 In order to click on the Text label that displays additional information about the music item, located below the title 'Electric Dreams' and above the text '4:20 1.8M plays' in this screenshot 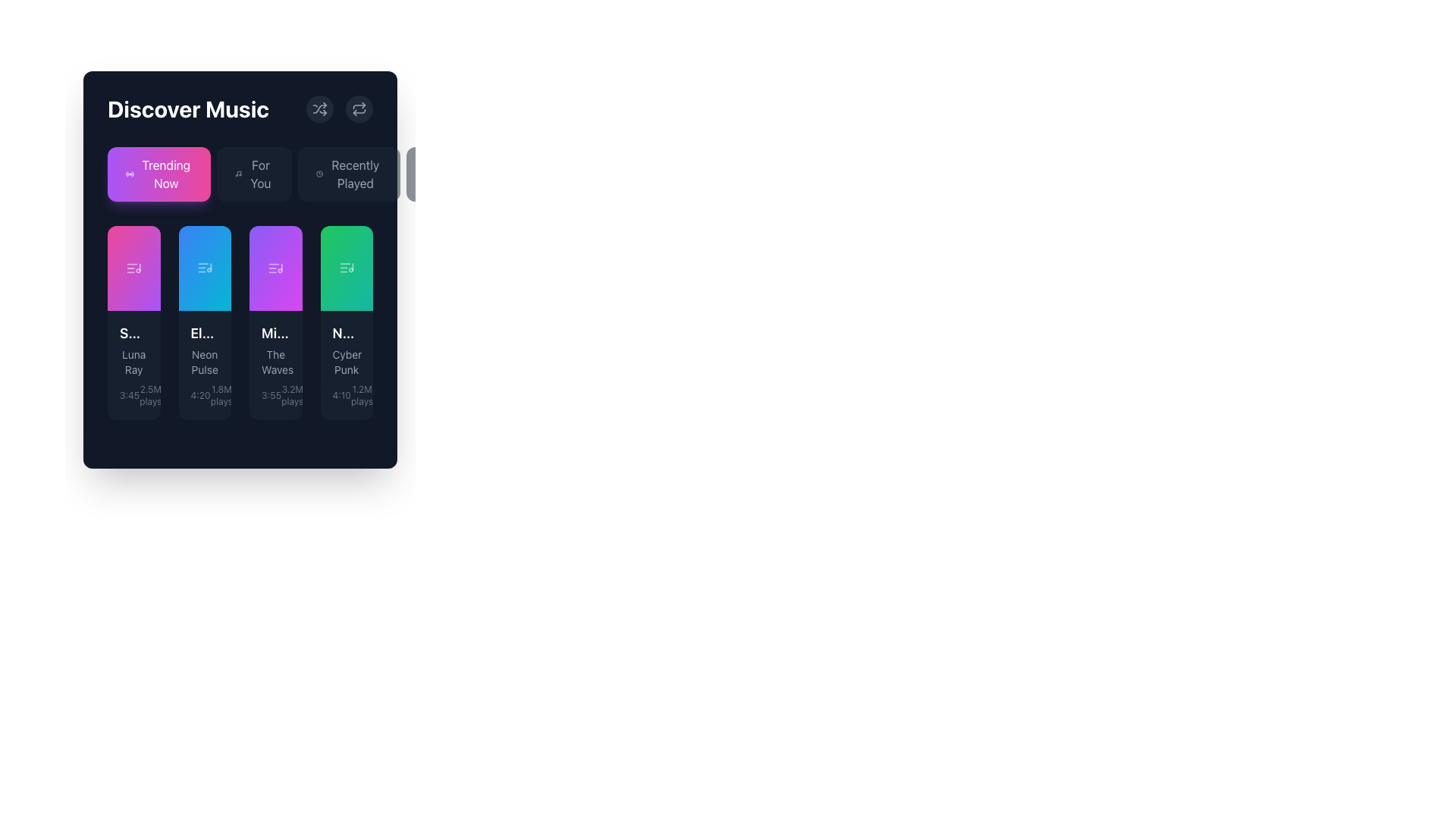, I will do `click(204, 362)`.